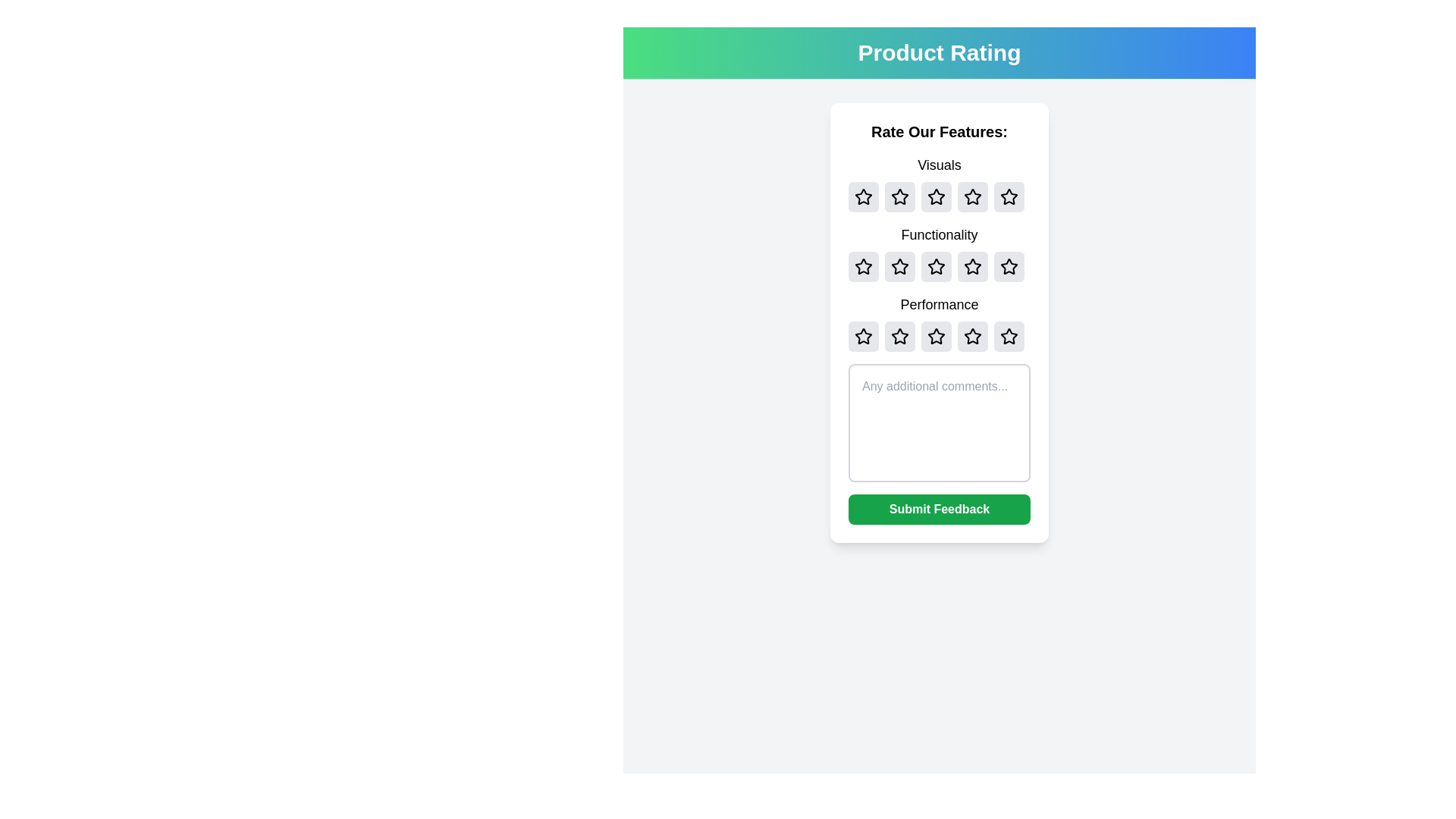  Describe the element at coordinates (899, 335) in the screenshot. I see `the second star in the third row of the 'Performance' rating group to trigger a visual response` at that location.